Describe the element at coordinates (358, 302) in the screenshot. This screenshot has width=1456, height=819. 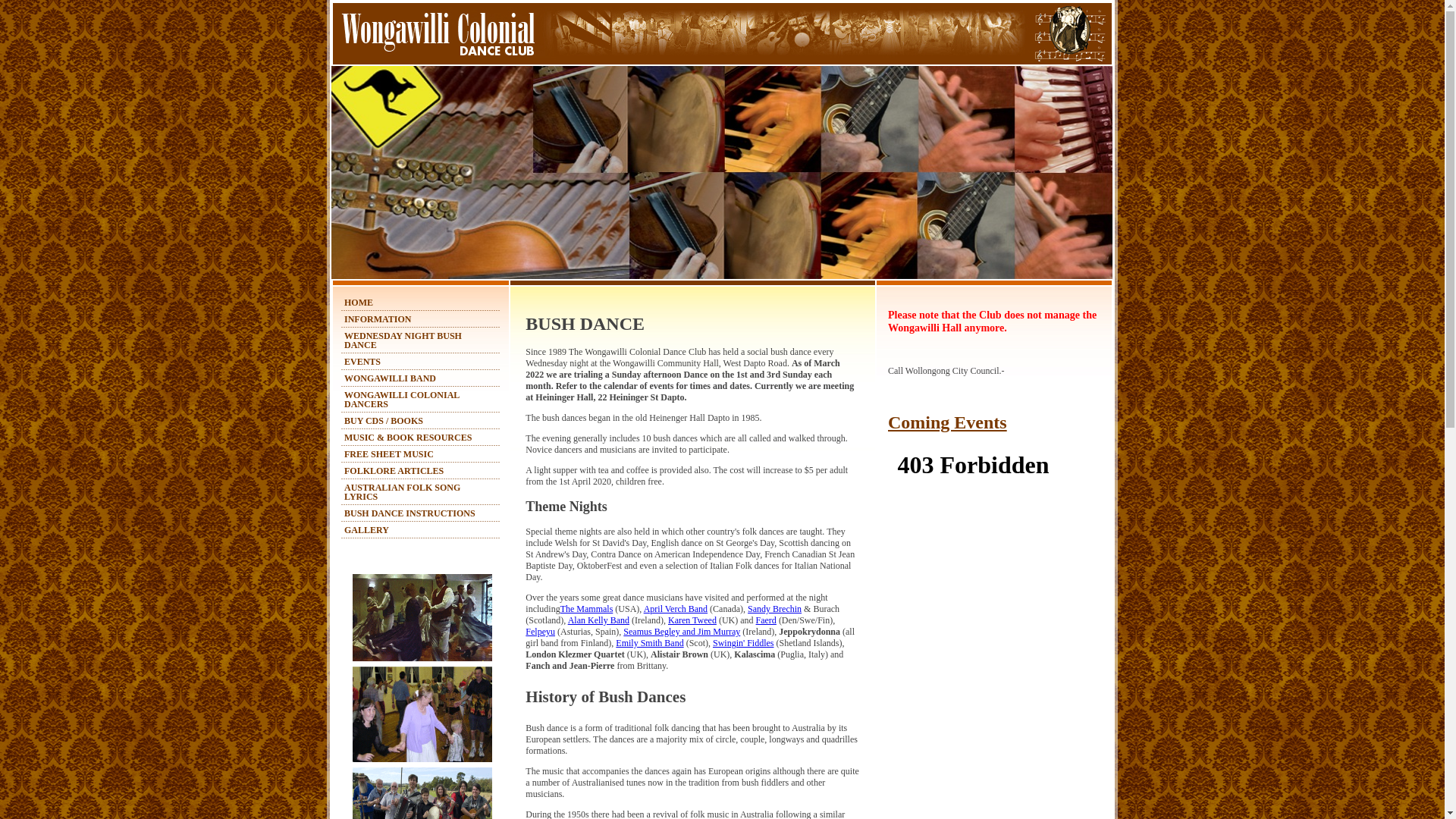
I see `'HOME'` at that location.